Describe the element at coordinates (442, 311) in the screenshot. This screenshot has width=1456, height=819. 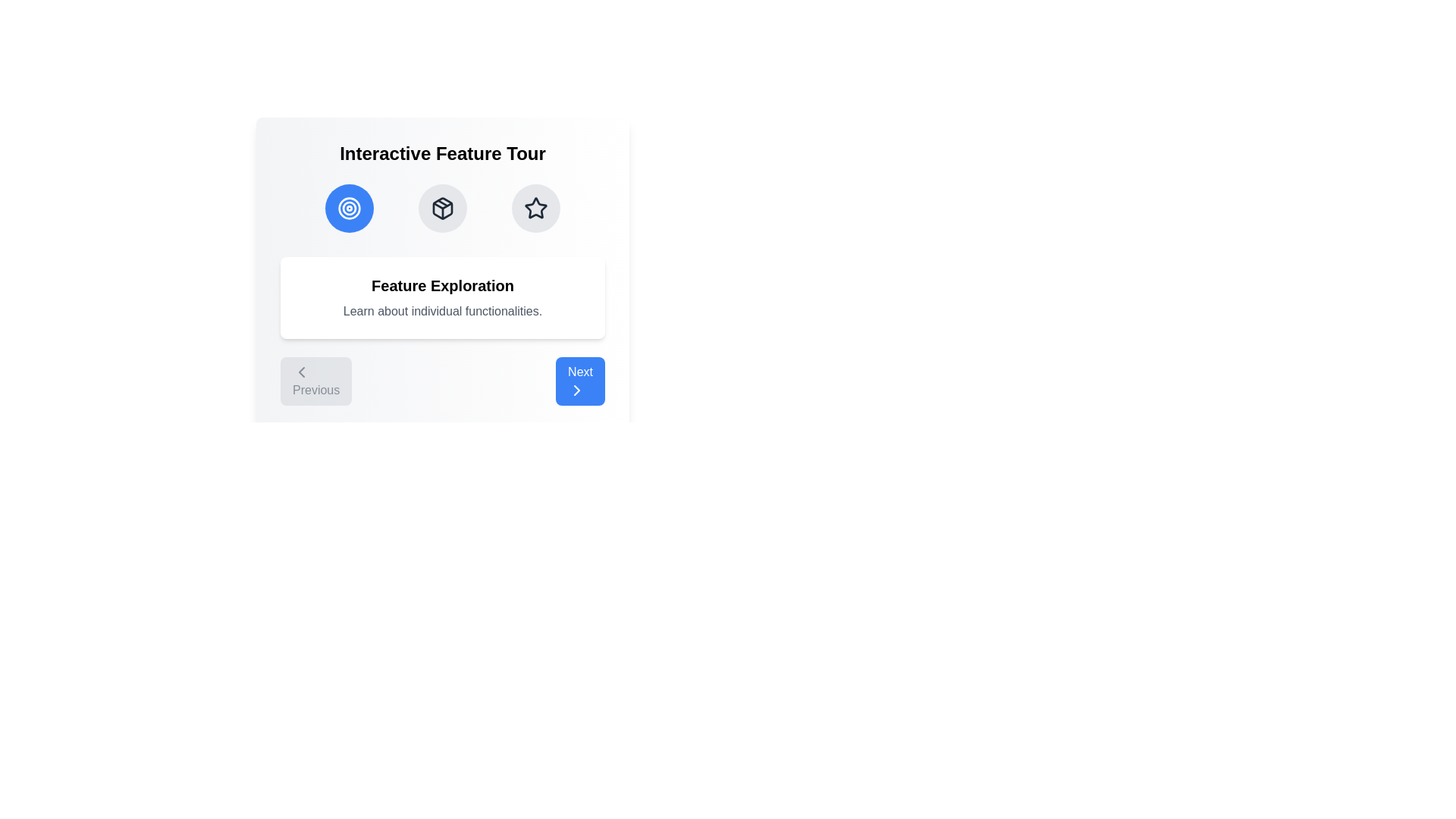
I see `the static gray text label providing additional descriptive information about the 'Feature Exploration' section` at that location.